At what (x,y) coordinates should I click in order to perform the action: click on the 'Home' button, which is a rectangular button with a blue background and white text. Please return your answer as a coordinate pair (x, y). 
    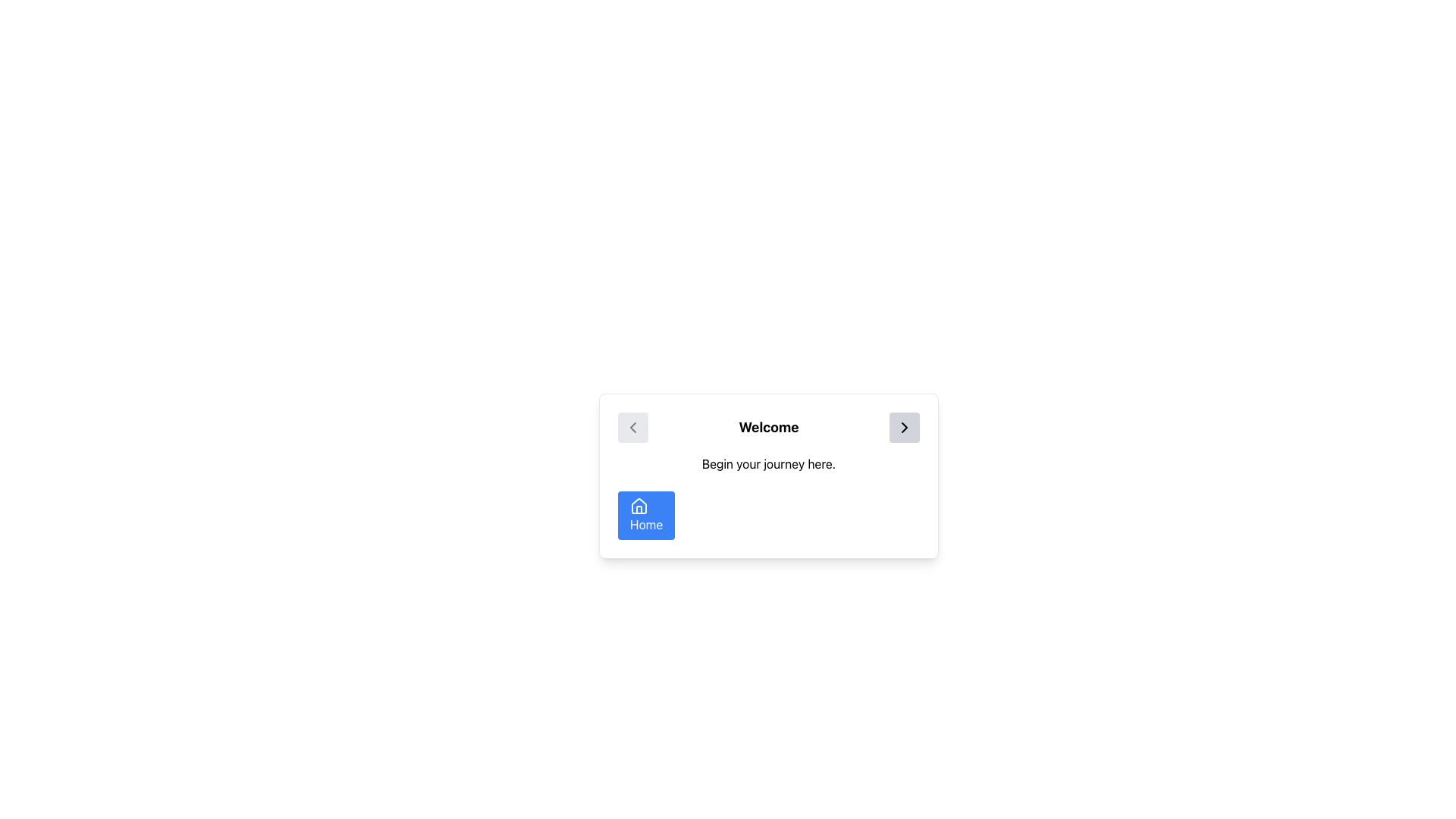
    Looking at the image, I should click on (646, 514).